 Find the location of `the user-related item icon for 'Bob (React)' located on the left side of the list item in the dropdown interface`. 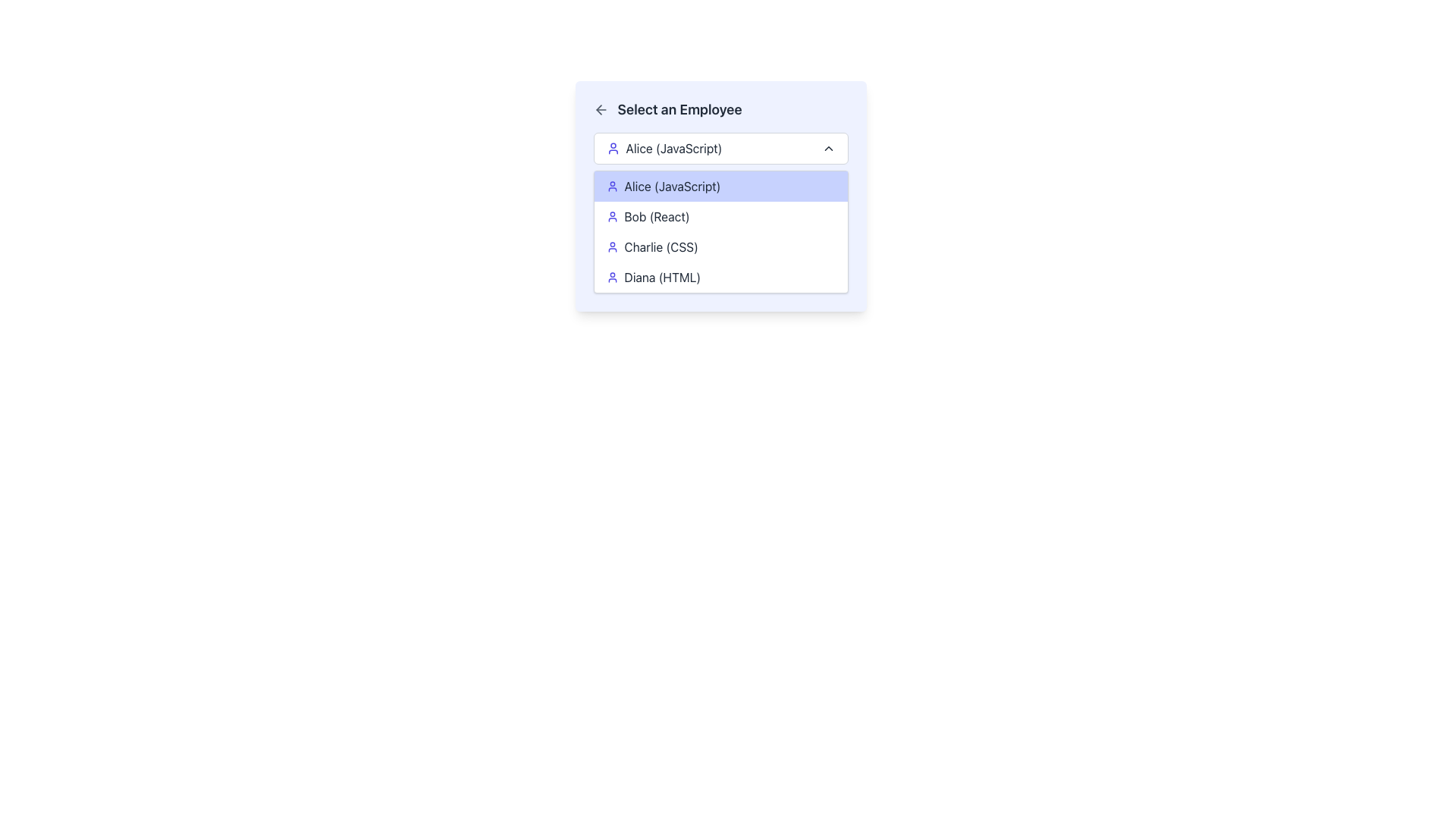

the user-related item icon for 'Bob (React)' located on the left side of the list item in the dropdown interface is located at coordinates (612, 216).